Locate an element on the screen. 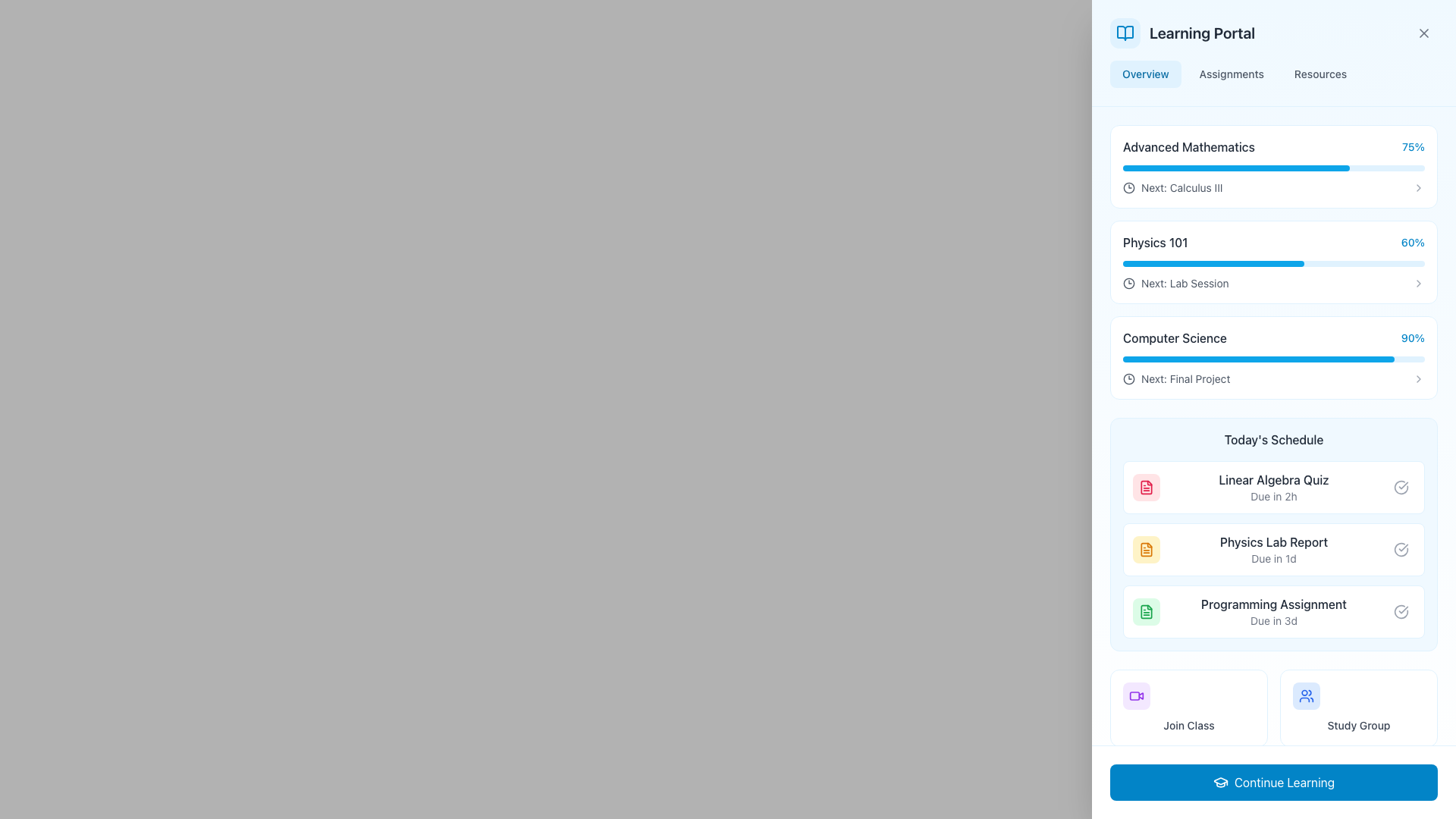 The width and height of the screenshot is (1456, 819). the circle-shaped graphical component within the SVG icon, which serves as the inner border of the clock-like representation, located at the center of the icon adjacent to the 'Computer Science' progress bar is located at coordinates (1128, 284).